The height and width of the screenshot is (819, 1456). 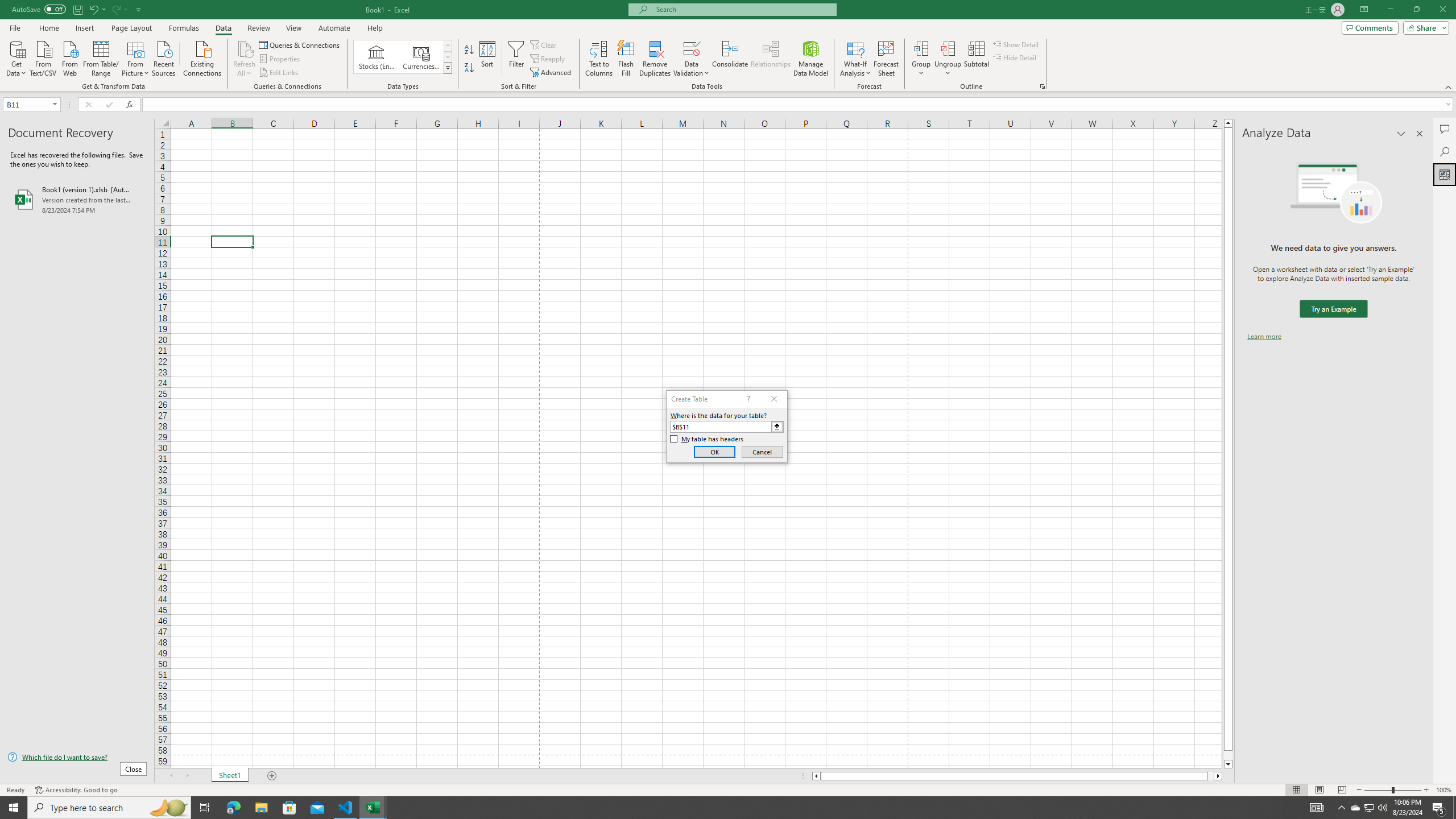 I want to click on 'Consolidate...', so click(x=730, y=59).